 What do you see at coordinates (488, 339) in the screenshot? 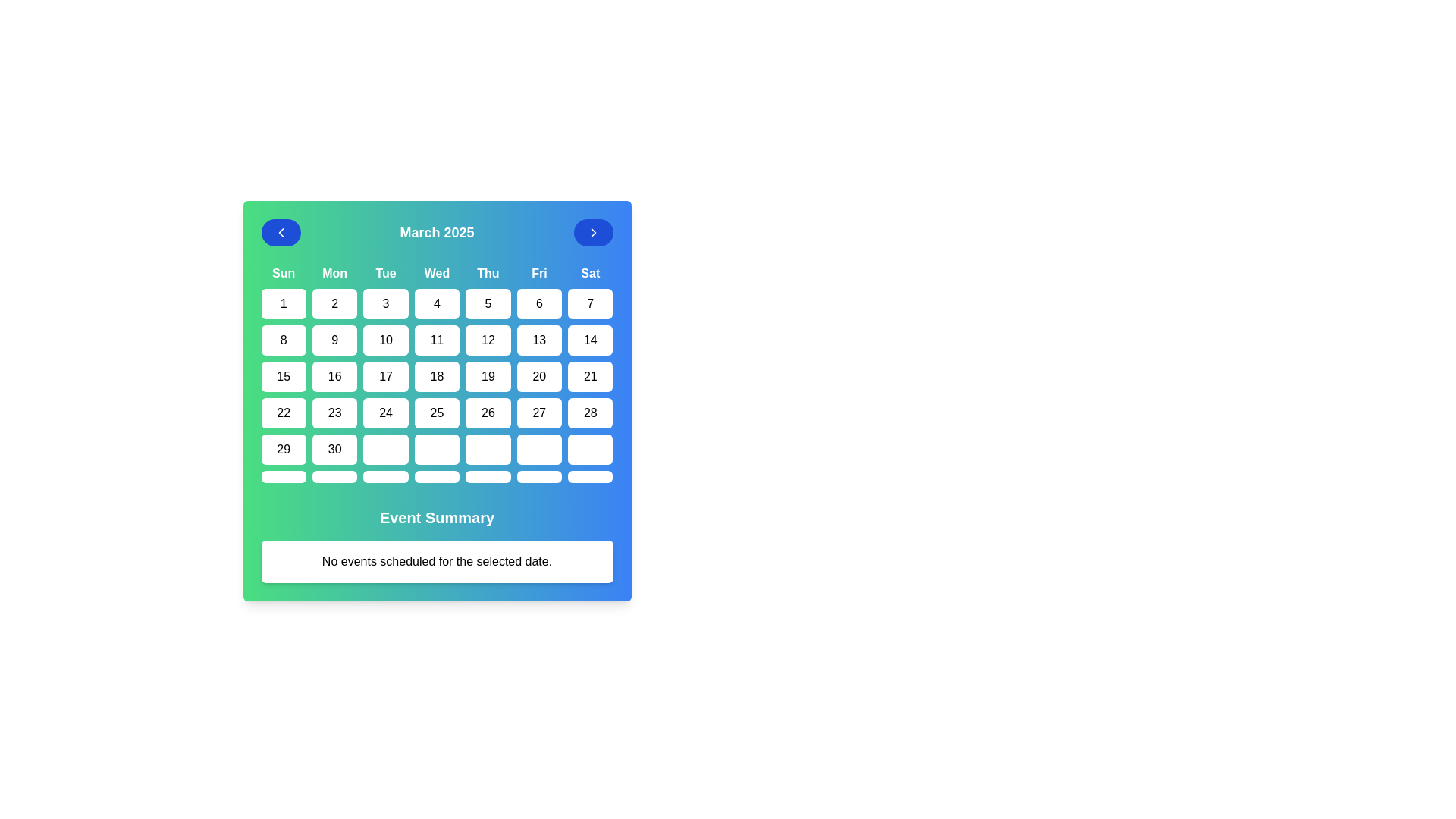
I see `the button displaying the number '12' in black text, located under the 'Thu' column of the calendar grid` at bounding box center [488, 339].